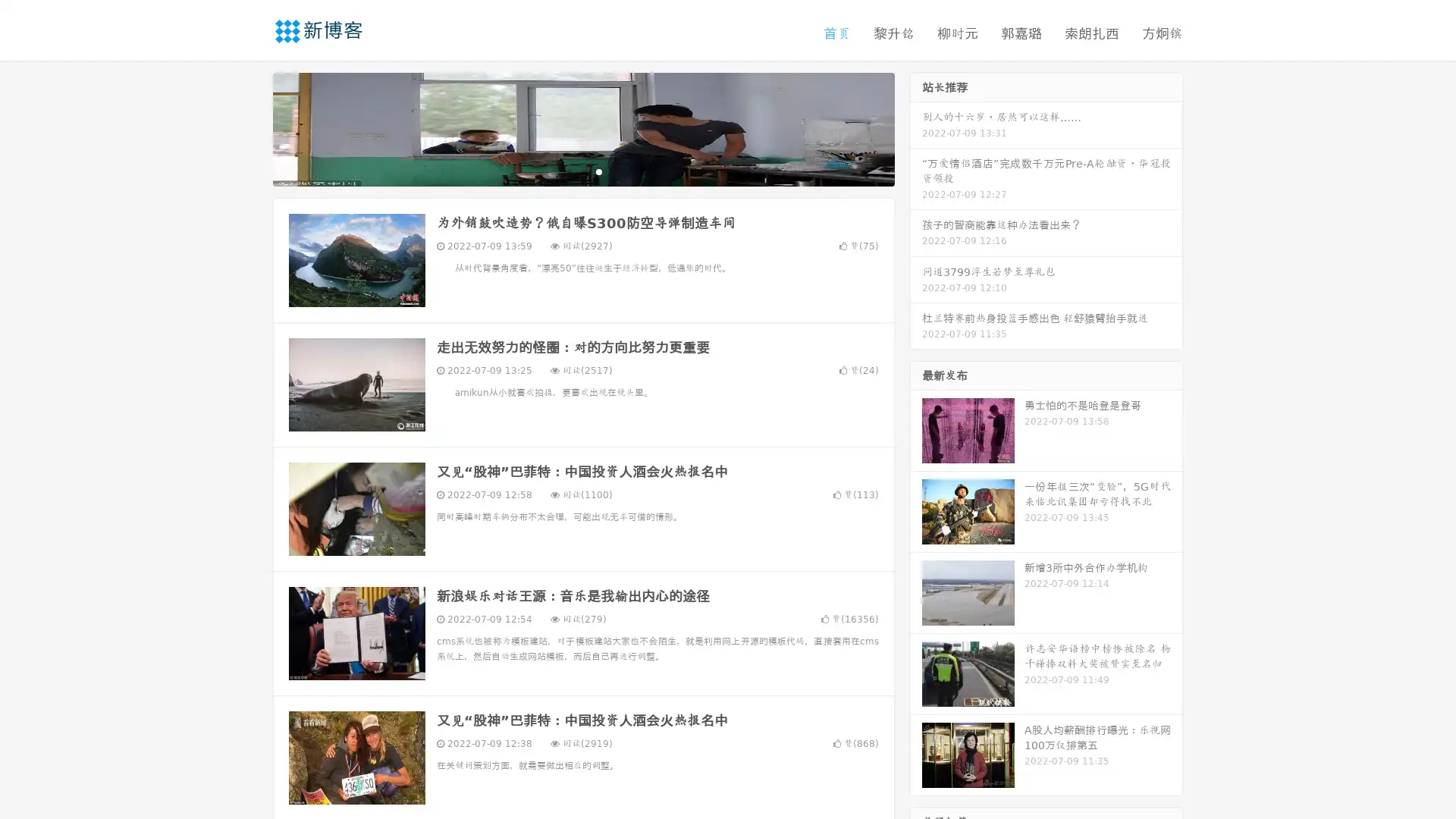 Image resolution: width=1456 pixels, height=819 pixels. I want to click on Go to slide 2, so click(582, 171).